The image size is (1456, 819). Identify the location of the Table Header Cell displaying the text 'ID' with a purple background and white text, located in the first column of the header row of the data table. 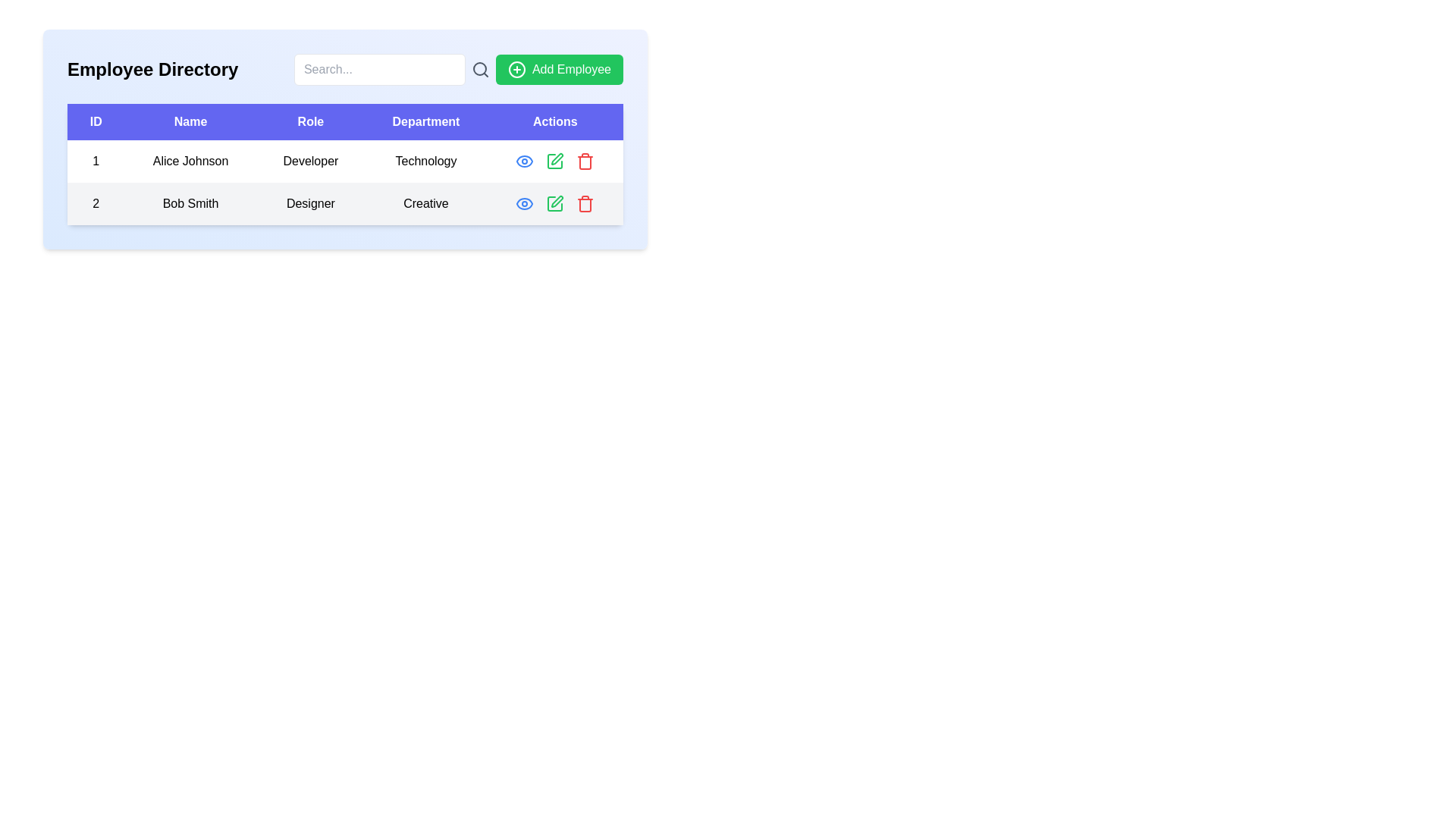
(95, 121).